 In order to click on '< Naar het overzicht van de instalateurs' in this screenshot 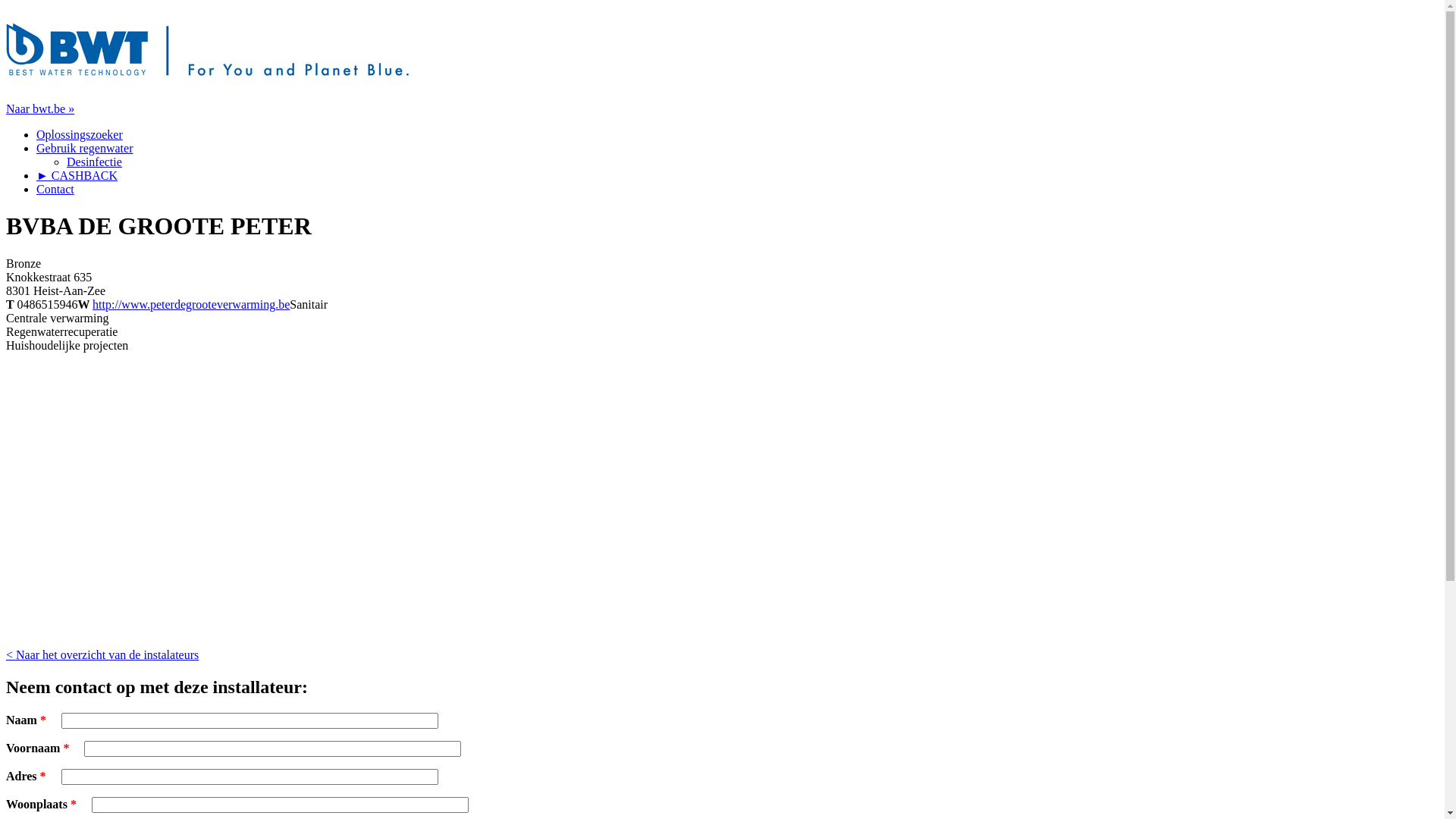, I will do `click(101, 654)`.